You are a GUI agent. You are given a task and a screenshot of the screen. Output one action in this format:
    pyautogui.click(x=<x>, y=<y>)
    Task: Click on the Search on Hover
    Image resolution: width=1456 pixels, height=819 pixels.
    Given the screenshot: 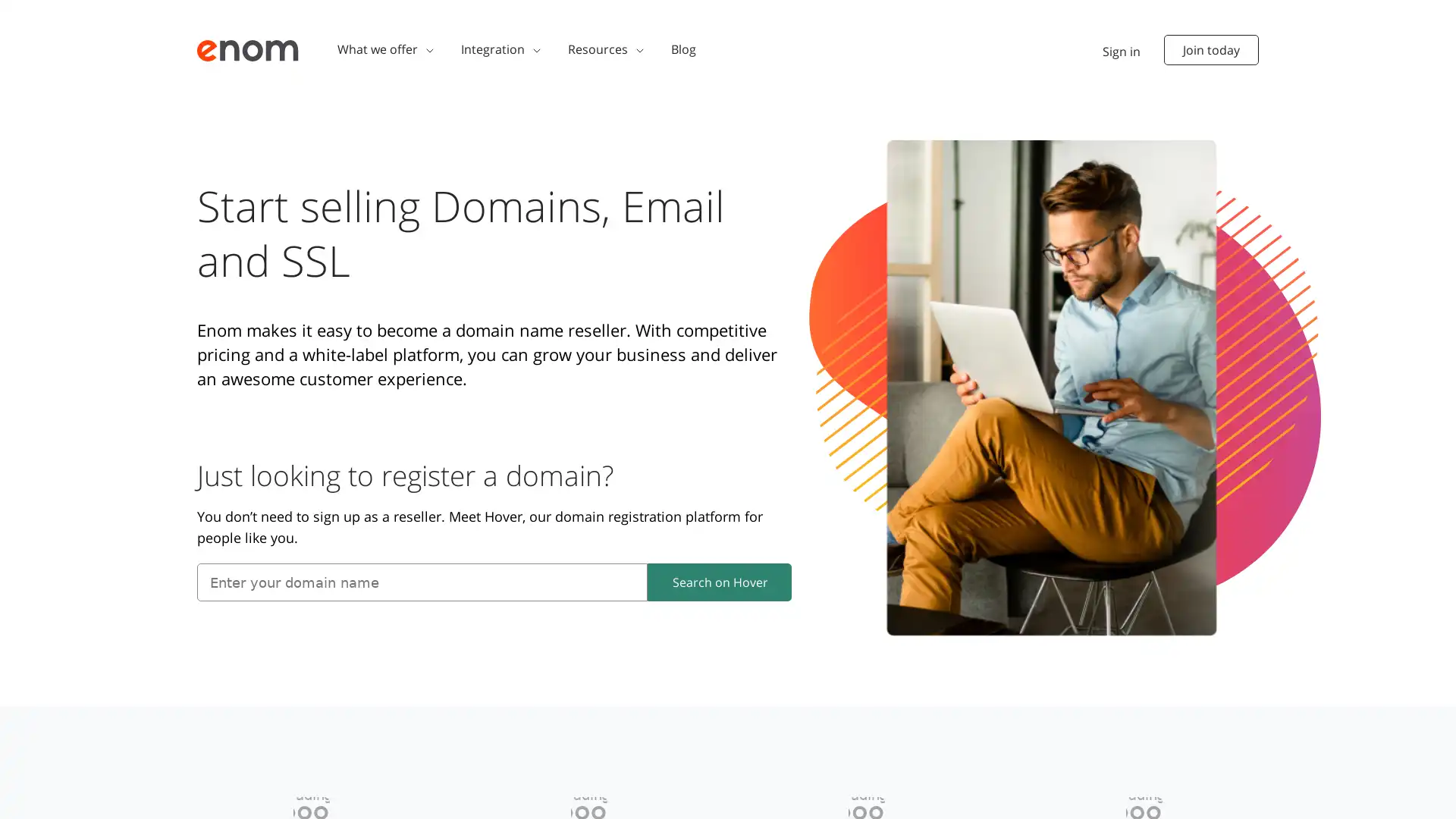 What is the action you would take?
    pyautogui.click(x=719, y=581)
    